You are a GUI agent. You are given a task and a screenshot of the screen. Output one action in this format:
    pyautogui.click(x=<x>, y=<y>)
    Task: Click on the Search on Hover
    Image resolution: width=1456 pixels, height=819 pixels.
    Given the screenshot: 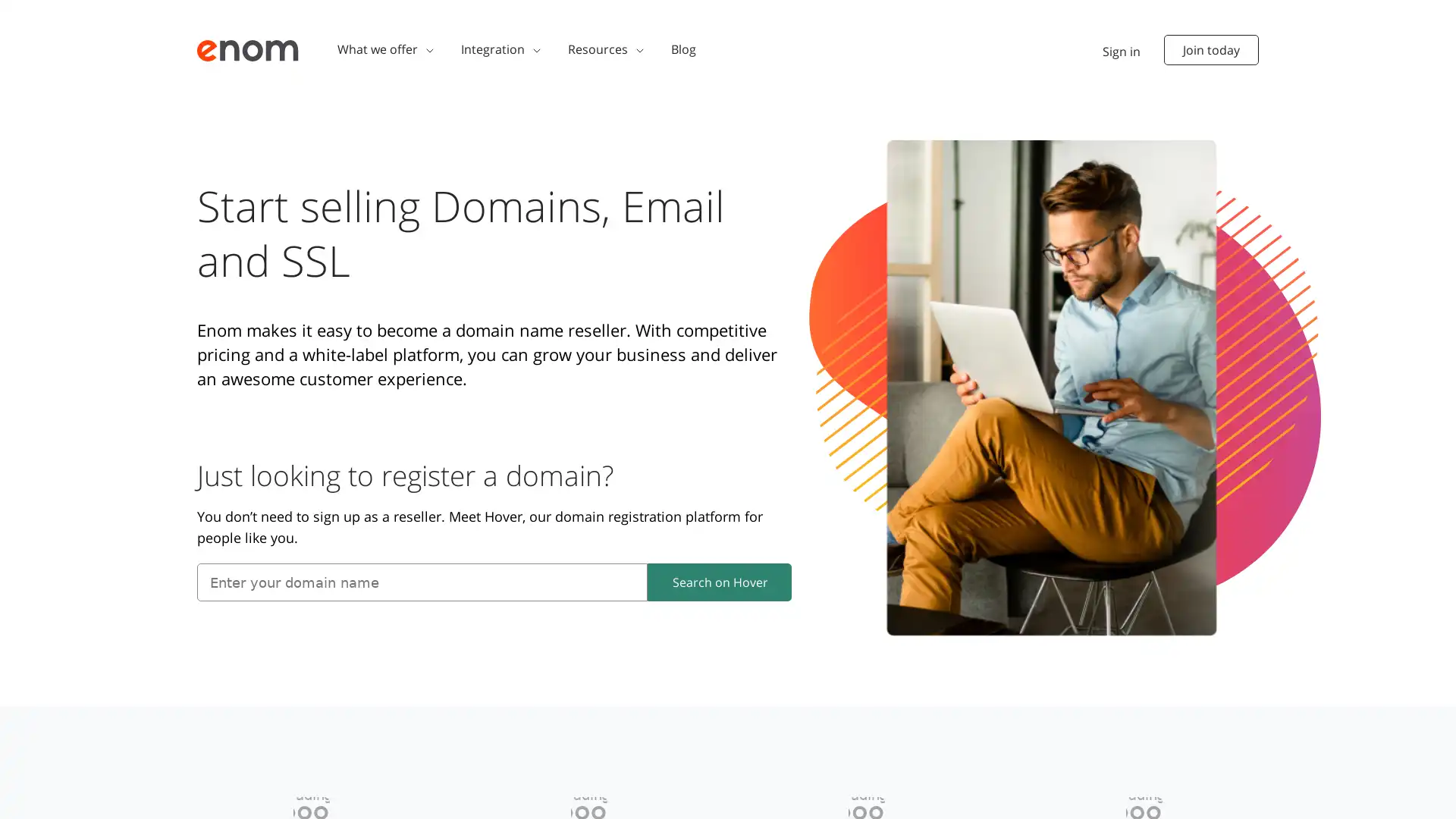 What is the action you would take?
    pyautogui.click(x=719, y=581)
    